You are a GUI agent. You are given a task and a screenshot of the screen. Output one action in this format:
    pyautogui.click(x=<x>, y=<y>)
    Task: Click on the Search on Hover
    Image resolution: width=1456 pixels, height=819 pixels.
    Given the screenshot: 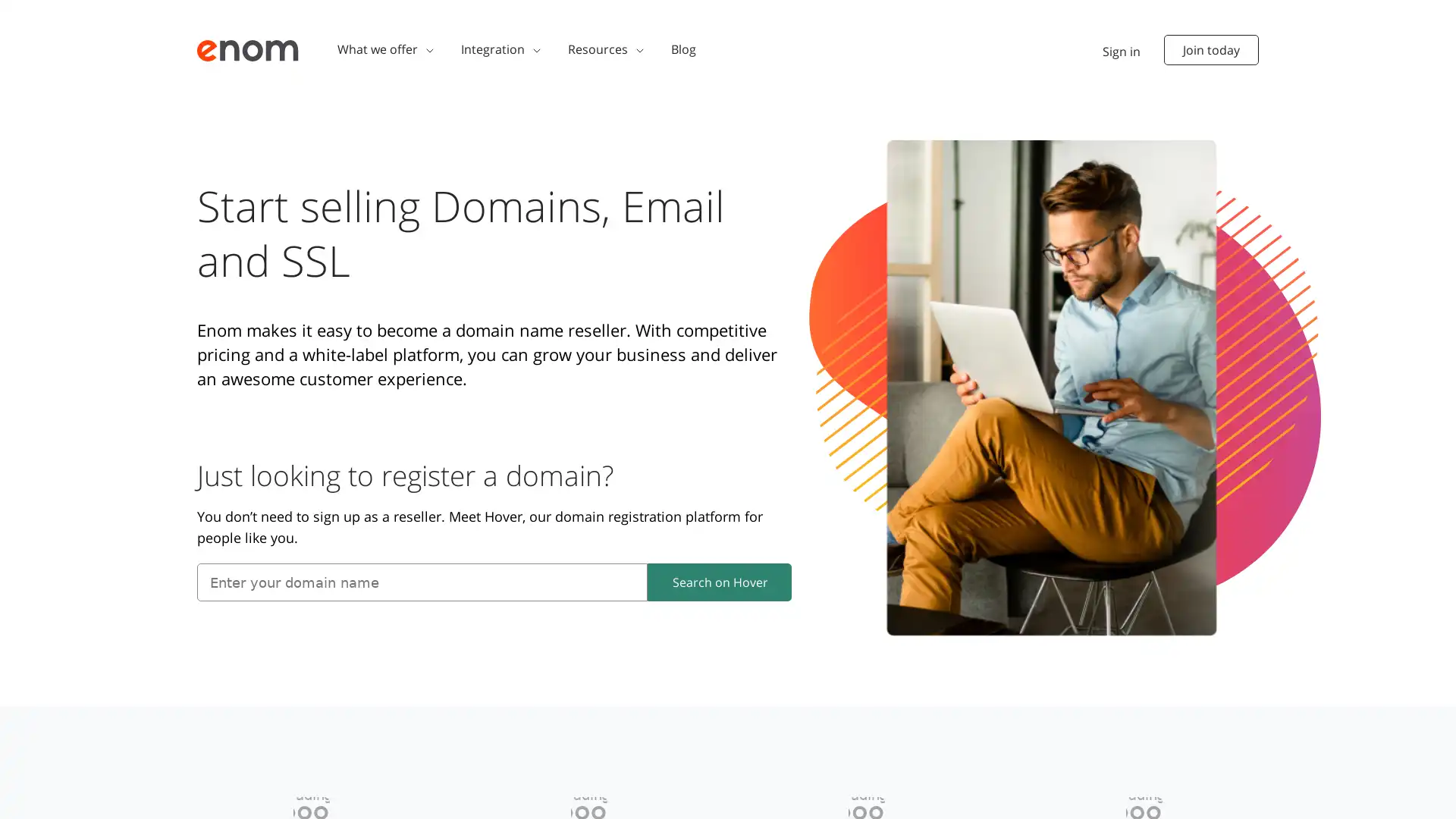 What is the action you would take?
    pyautogui.click(x=719, y=581)
    